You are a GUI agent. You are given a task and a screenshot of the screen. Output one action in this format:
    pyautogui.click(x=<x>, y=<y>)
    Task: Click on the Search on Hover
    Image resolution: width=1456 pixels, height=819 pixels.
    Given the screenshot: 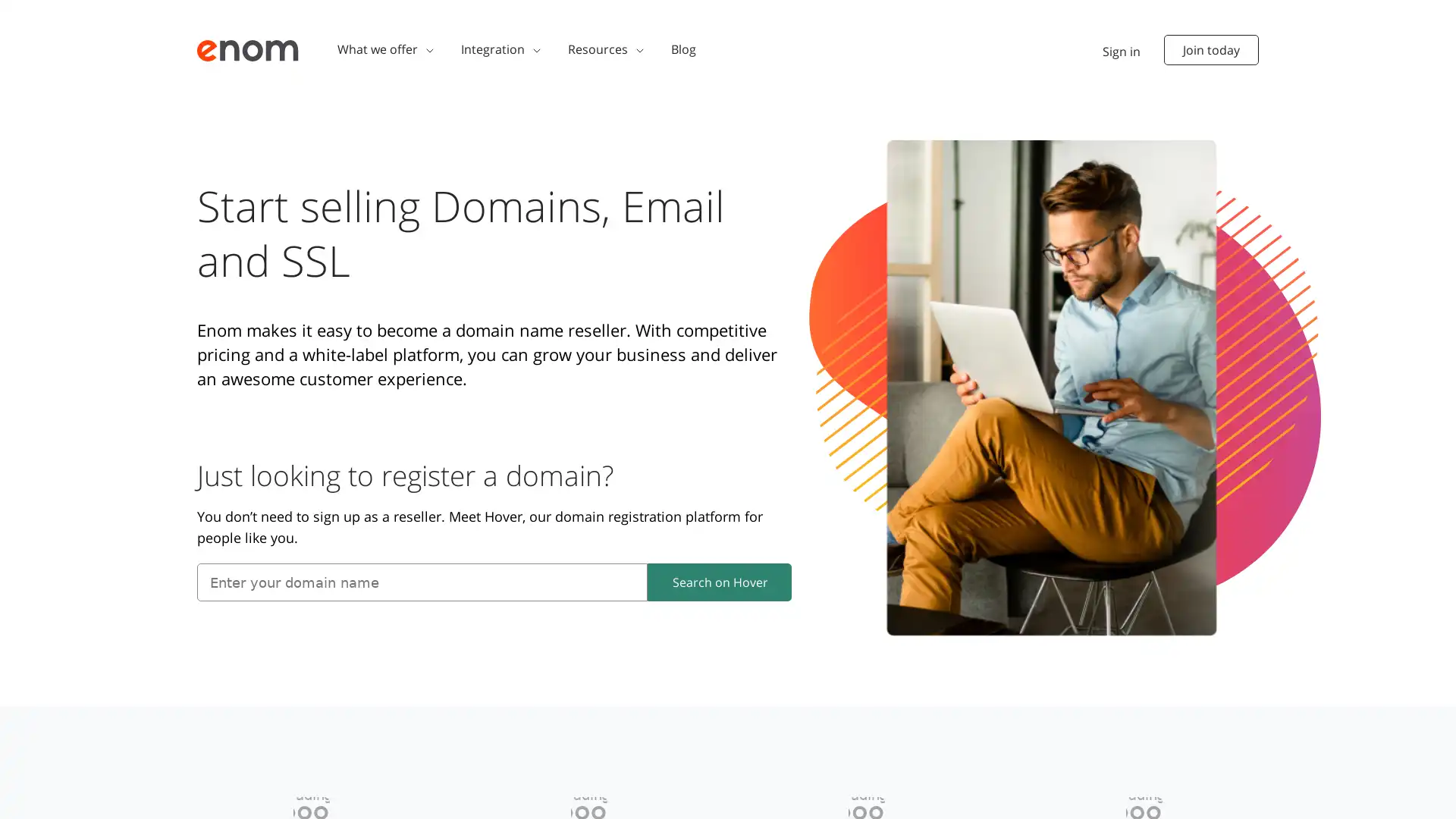 What is the action you would take?
    pyautogui.click(x=719, y=581)
    